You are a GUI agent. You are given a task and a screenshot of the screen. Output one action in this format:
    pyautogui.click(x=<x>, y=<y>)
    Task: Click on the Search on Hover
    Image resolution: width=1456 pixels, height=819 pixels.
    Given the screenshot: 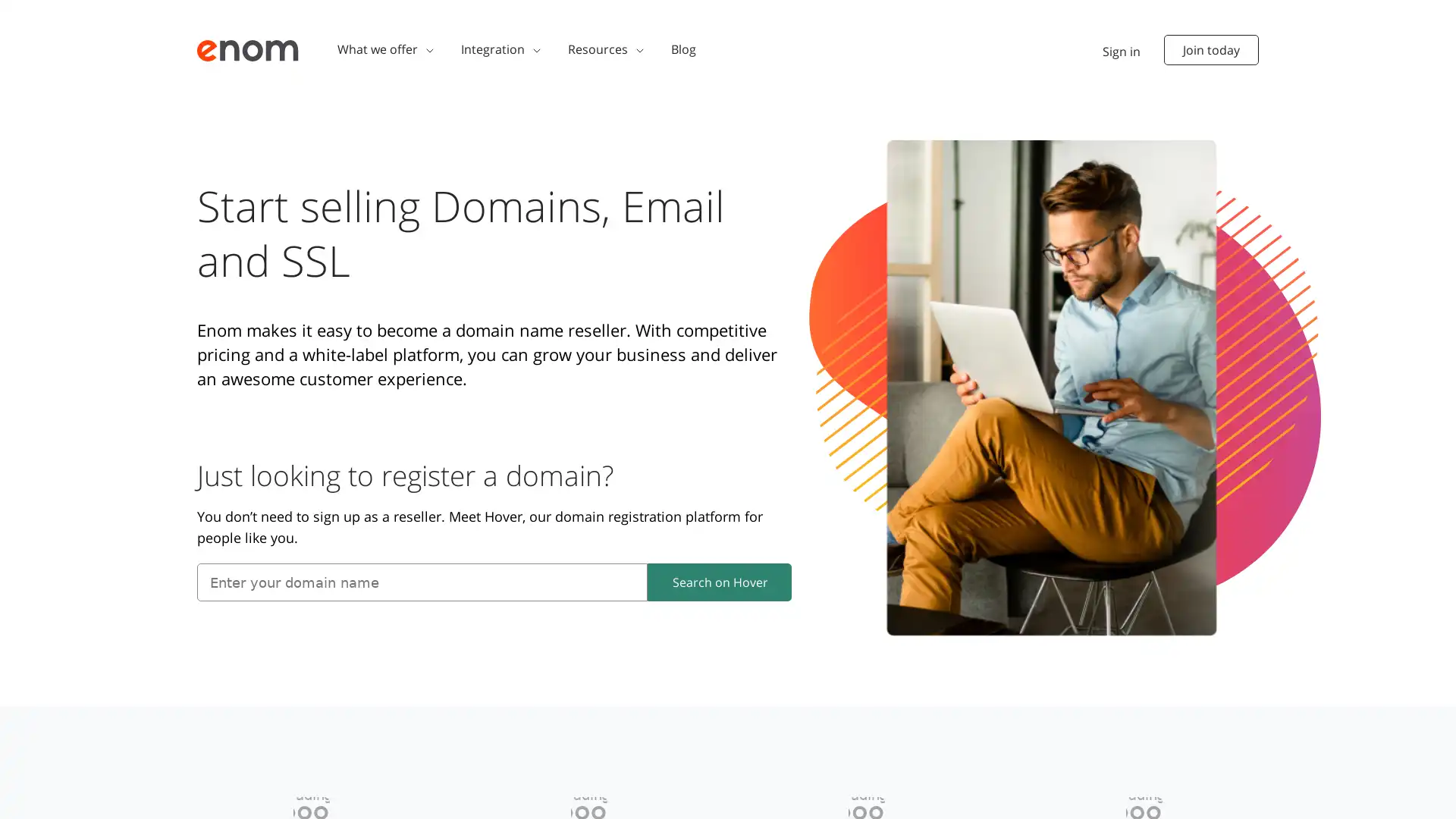 What is the action you would take?
    pyautogui.click(x=719, y=581)
    